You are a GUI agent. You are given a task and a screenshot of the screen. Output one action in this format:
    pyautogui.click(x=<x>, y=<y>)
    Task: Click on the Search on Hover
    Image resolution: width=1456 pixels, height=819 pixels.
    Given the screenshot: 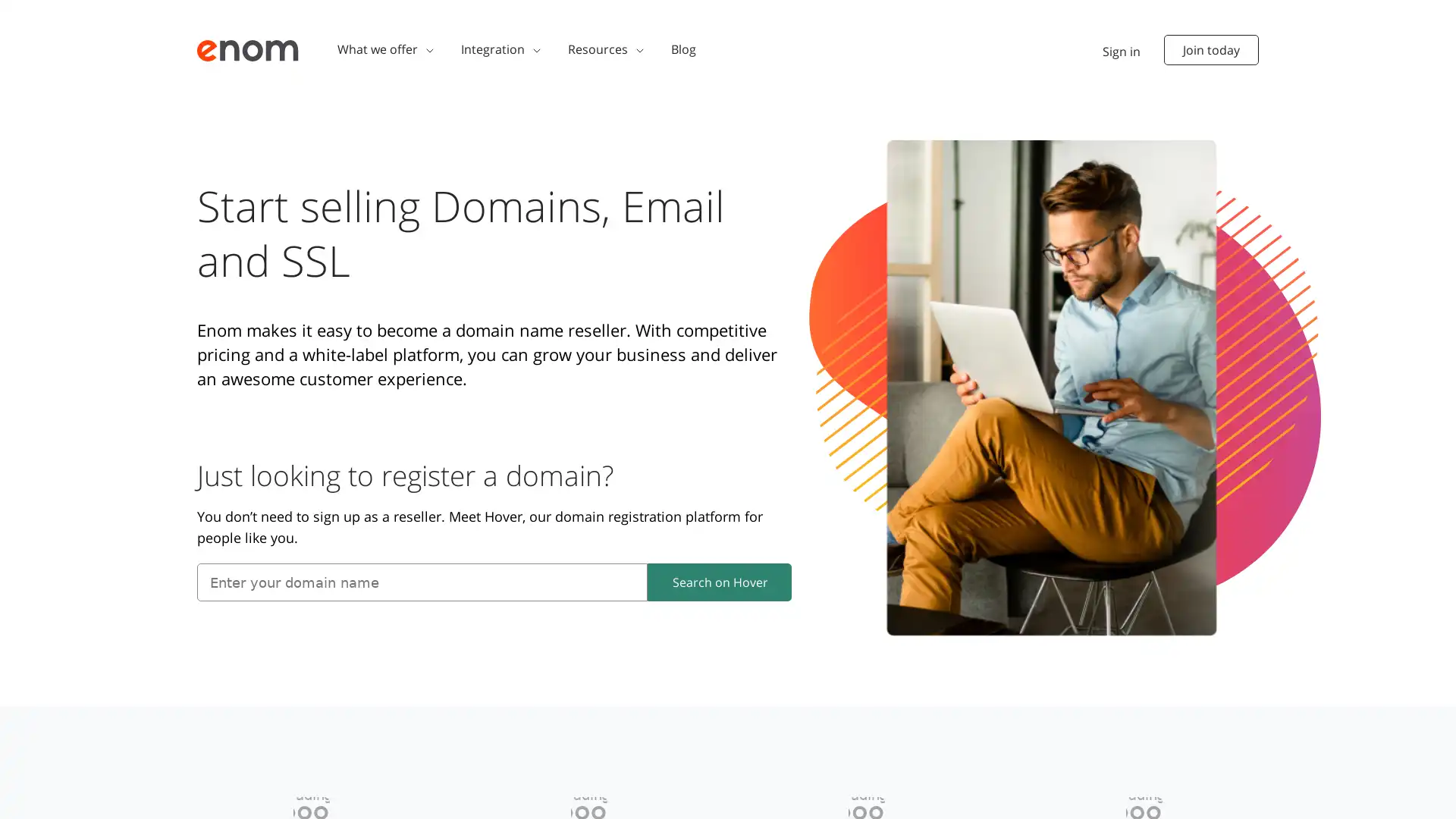 What is the action you would take?
    pyautogui.click(x=719, y=581)
    